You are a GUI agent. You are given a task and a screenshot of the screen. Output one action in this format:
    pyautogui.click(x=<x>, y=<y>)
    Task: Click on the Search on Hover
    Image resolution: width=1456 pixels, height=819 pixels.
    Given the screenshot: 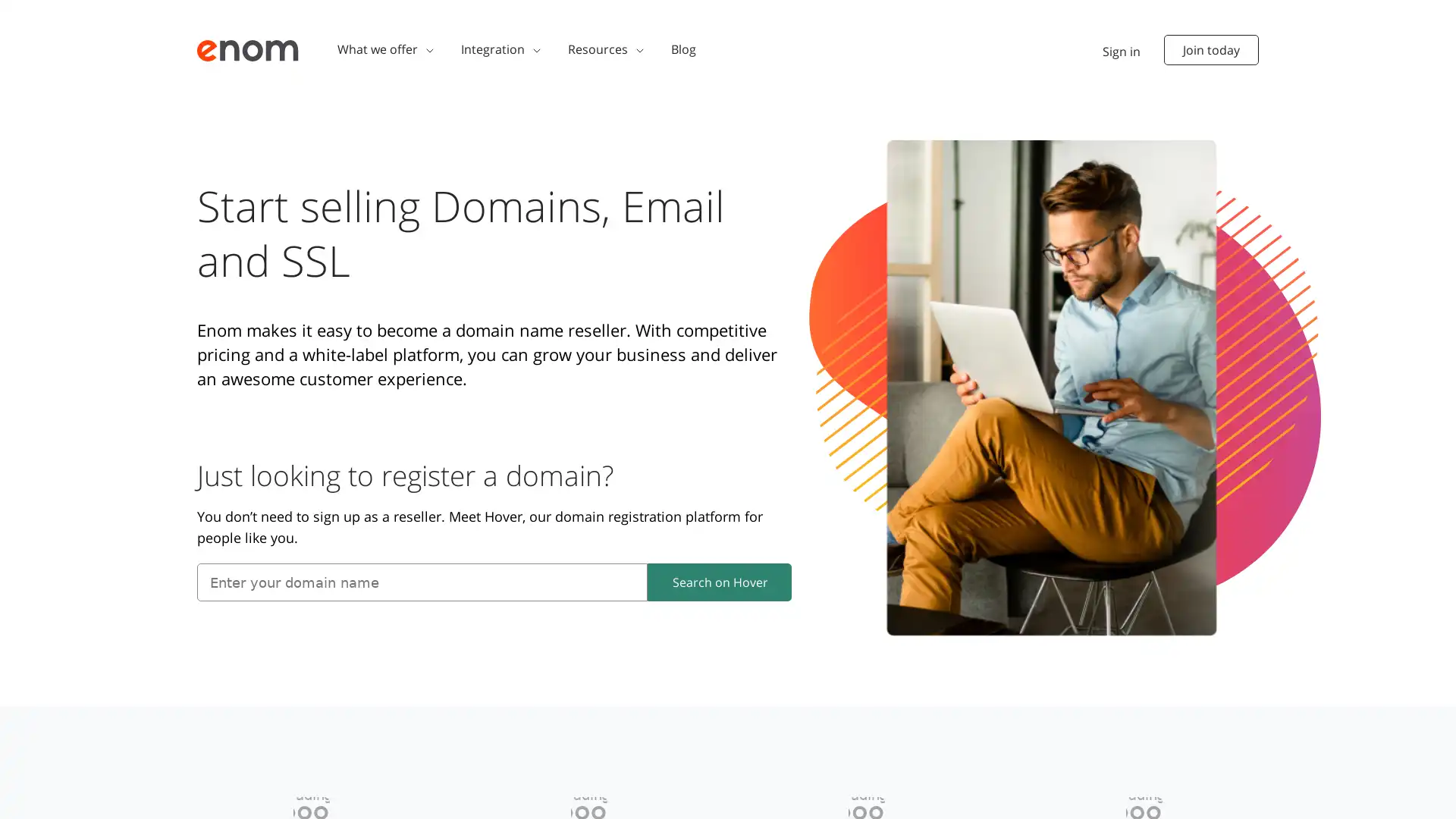 What is the action you would take?
    pyautogui.click(x=719, y=581)
    